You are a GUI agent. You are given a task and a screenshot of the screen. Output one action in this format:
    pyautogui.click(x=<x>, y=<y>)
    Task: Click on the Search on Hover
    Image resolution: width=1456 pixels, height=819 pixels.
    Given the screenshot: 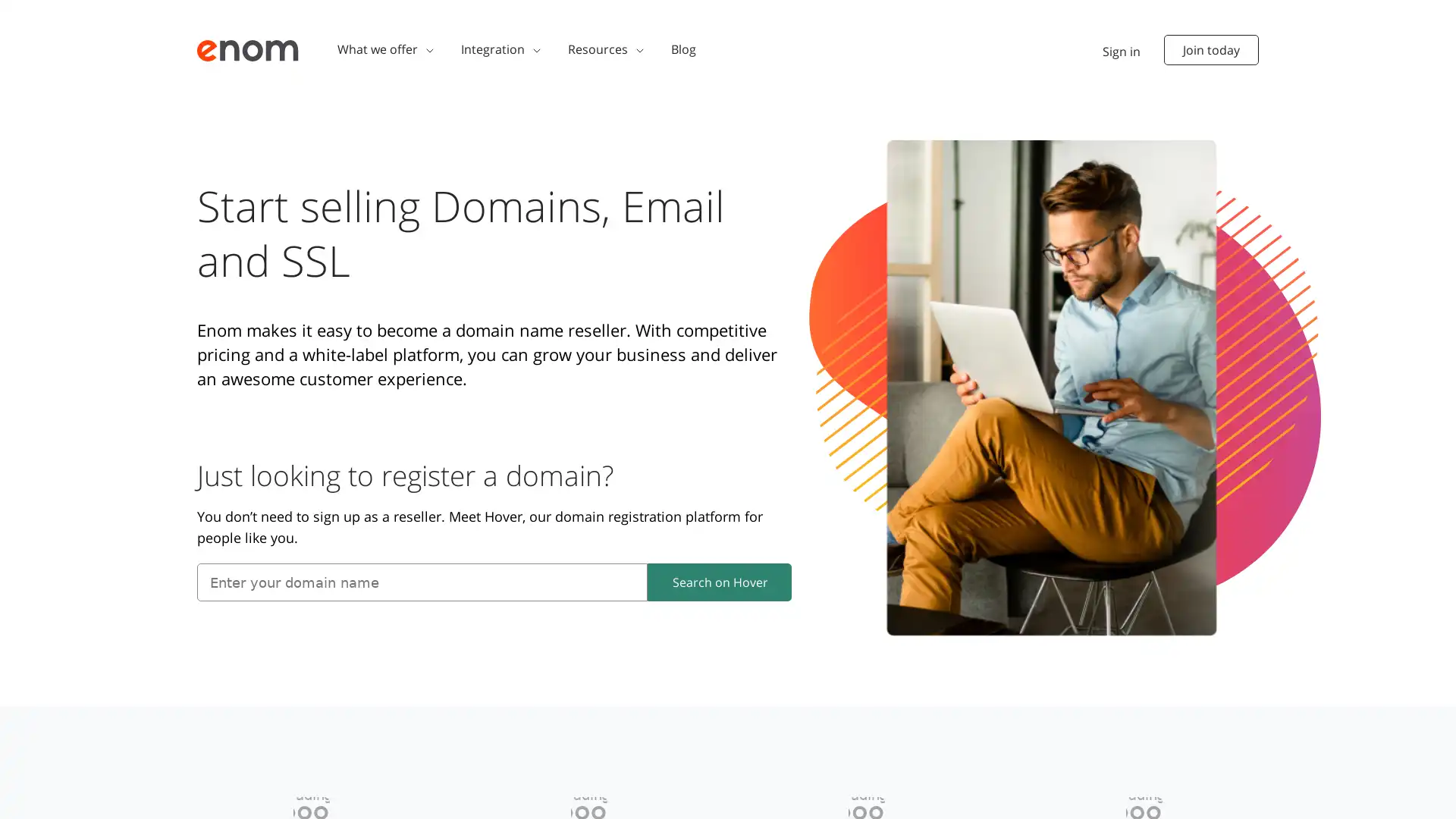 What is the action you would take?
    pyautogui.click(x=719, y=581)
    